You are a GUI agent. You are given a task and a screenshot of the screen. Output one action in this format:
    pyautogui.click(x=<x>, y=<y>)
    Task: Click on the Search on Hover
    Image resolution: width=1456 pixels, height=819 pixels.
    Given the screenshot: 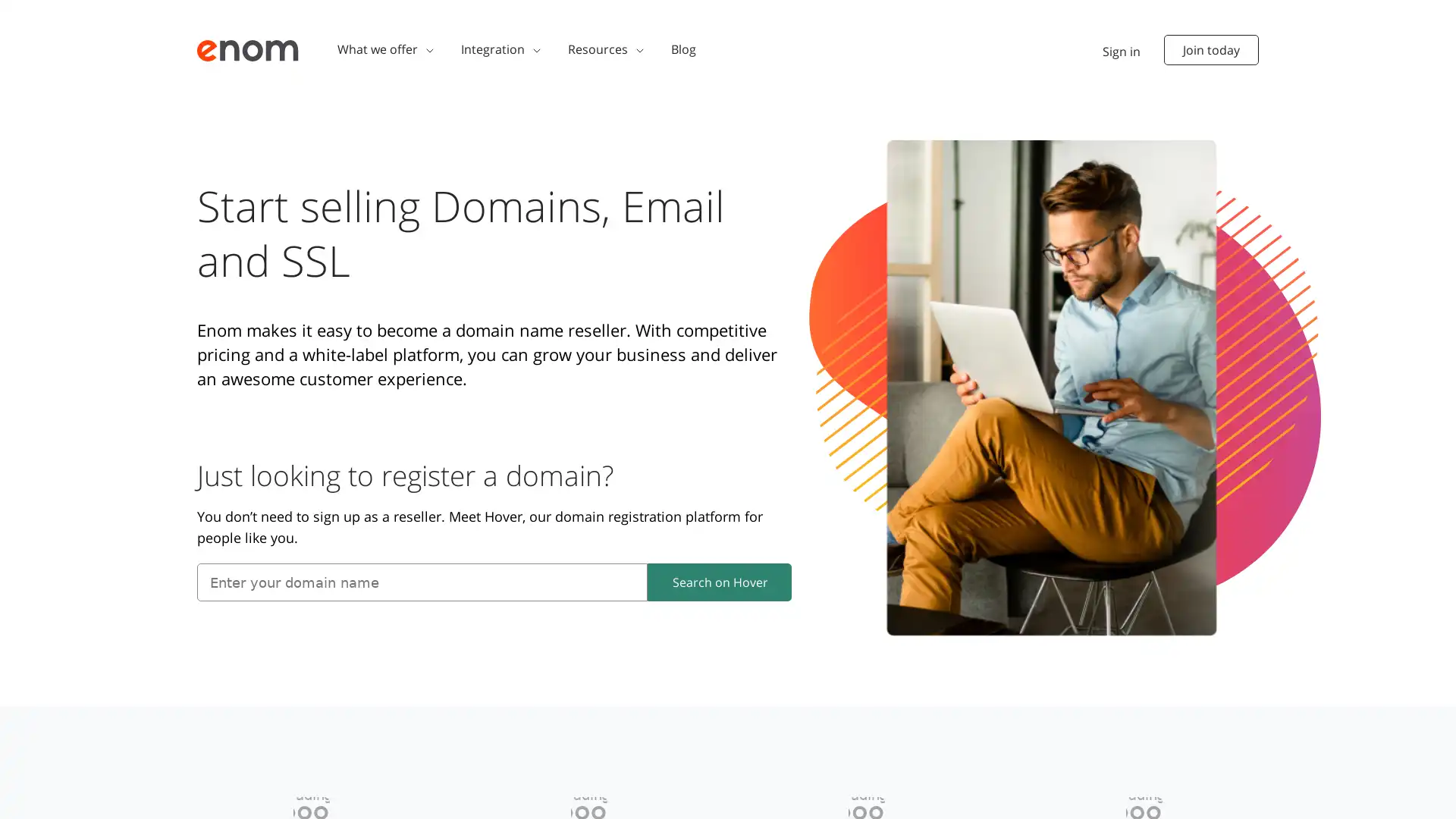 What is the action you would take?
    pyautogui.click(x=719, y=581)
    